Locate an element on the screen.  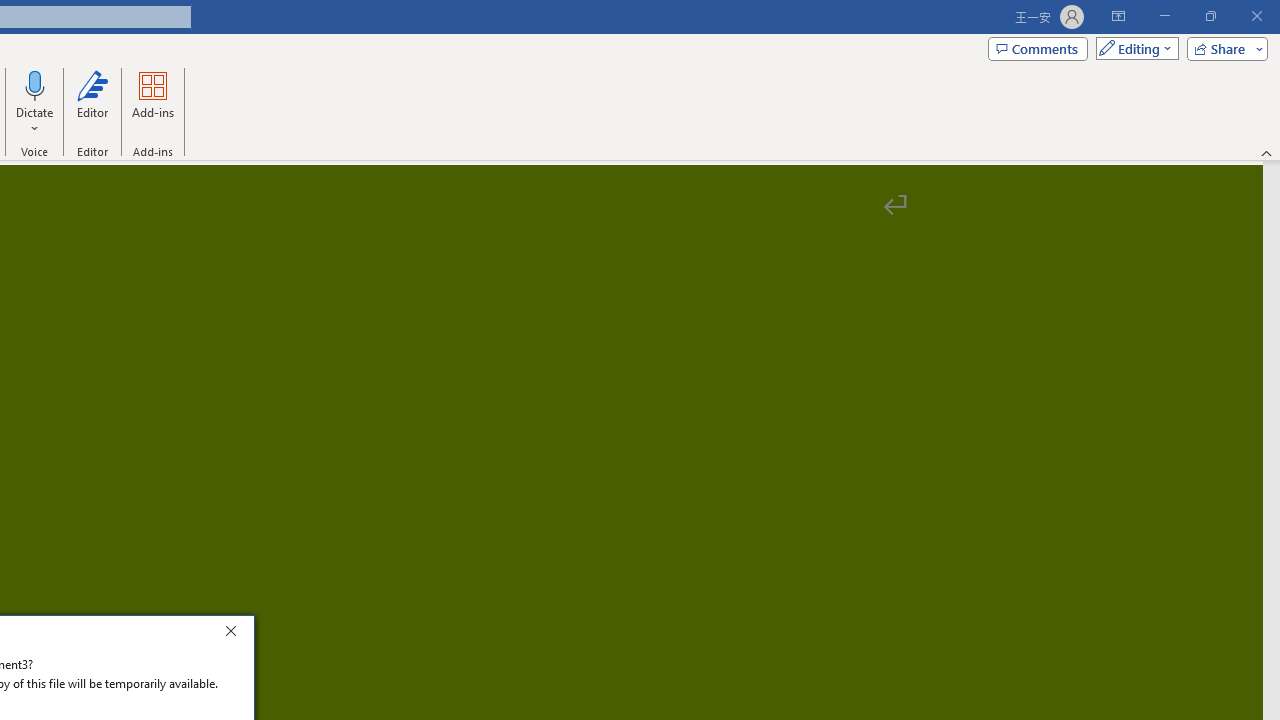
'Dictate' is located at coordinates (35, 84).